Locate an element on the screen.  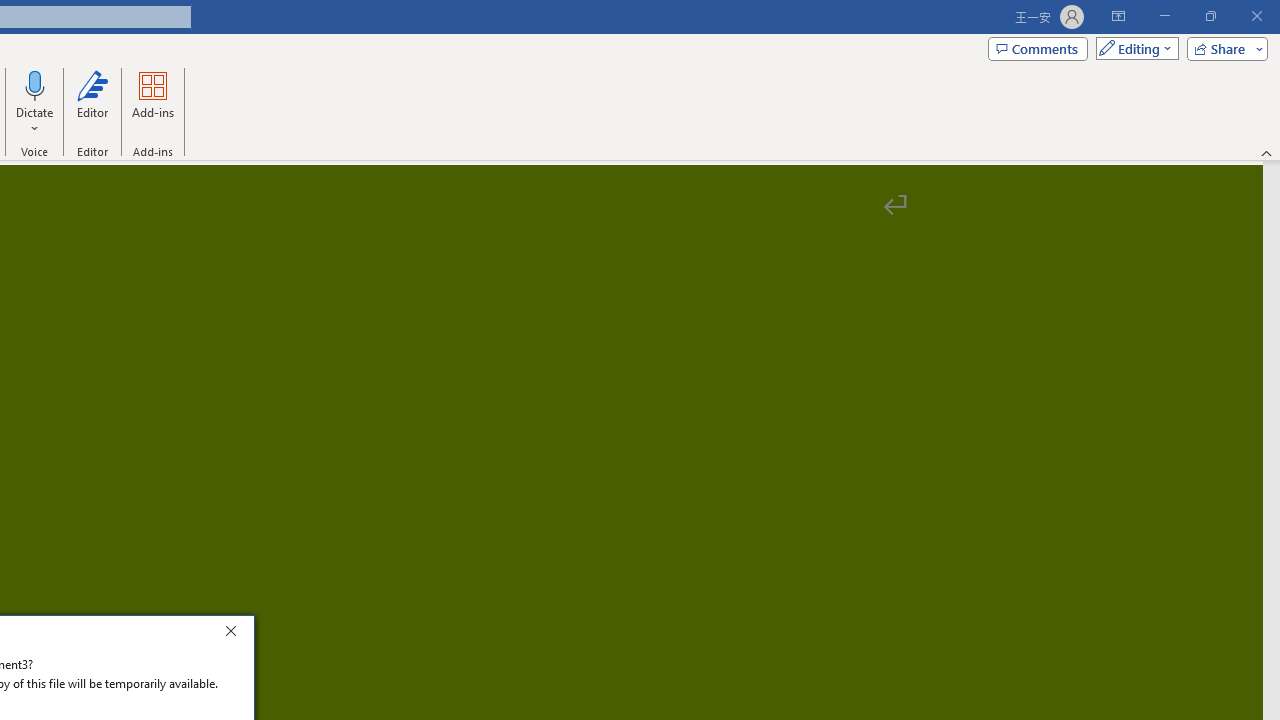
'Dictate' is located at coordinates (35, 84).